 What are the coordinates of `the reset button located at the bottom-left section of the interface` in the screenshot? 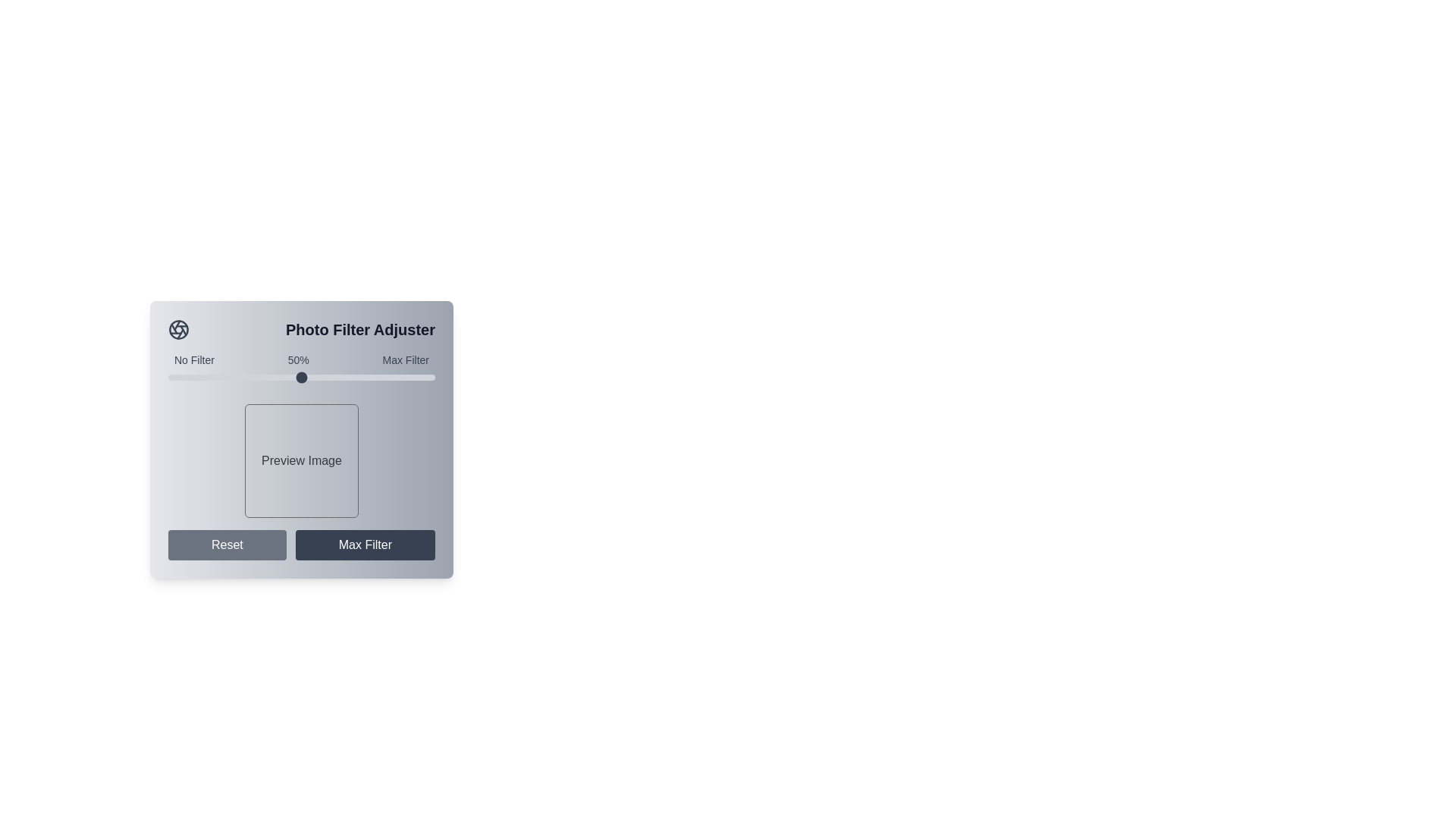 It's located at (226, 544).